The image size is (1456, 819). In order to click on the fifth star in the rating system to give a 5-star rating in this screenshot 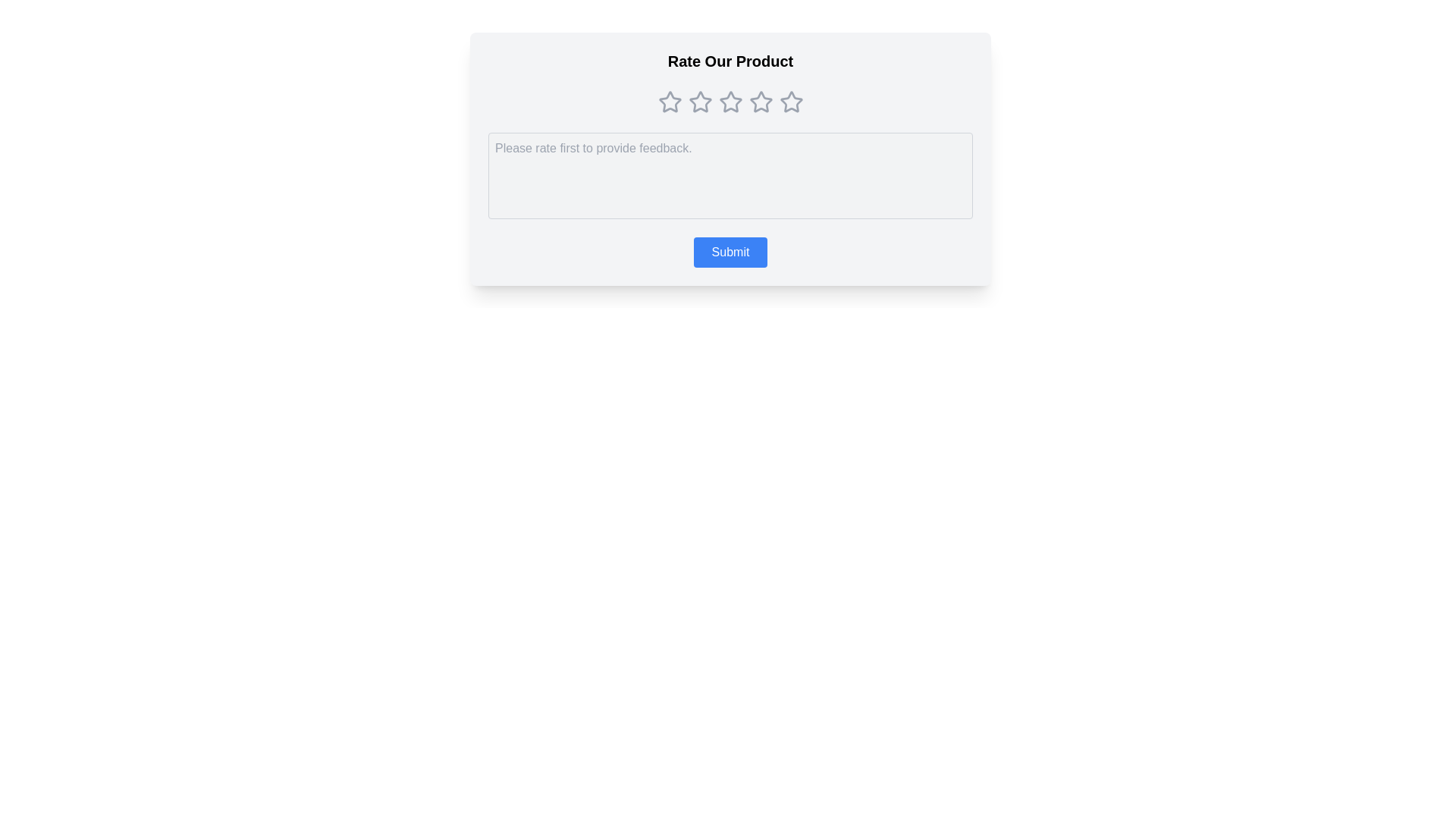, I will do `click(790, 102)`.